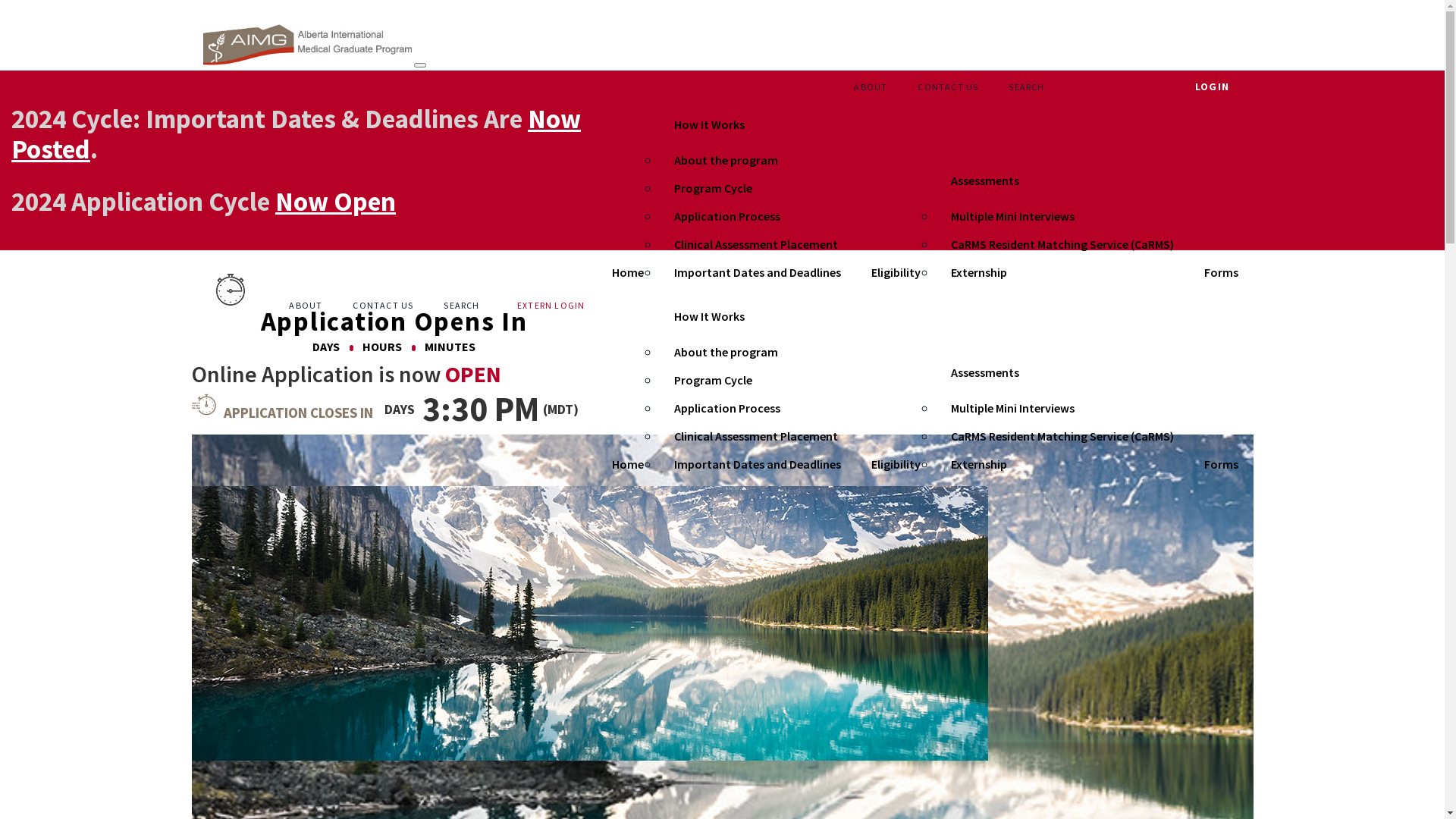 This screenshot has height=819, width=1456. Describe the element at coordinates (1221, 271) in the screenshot. I see `'Forms'` at that location.